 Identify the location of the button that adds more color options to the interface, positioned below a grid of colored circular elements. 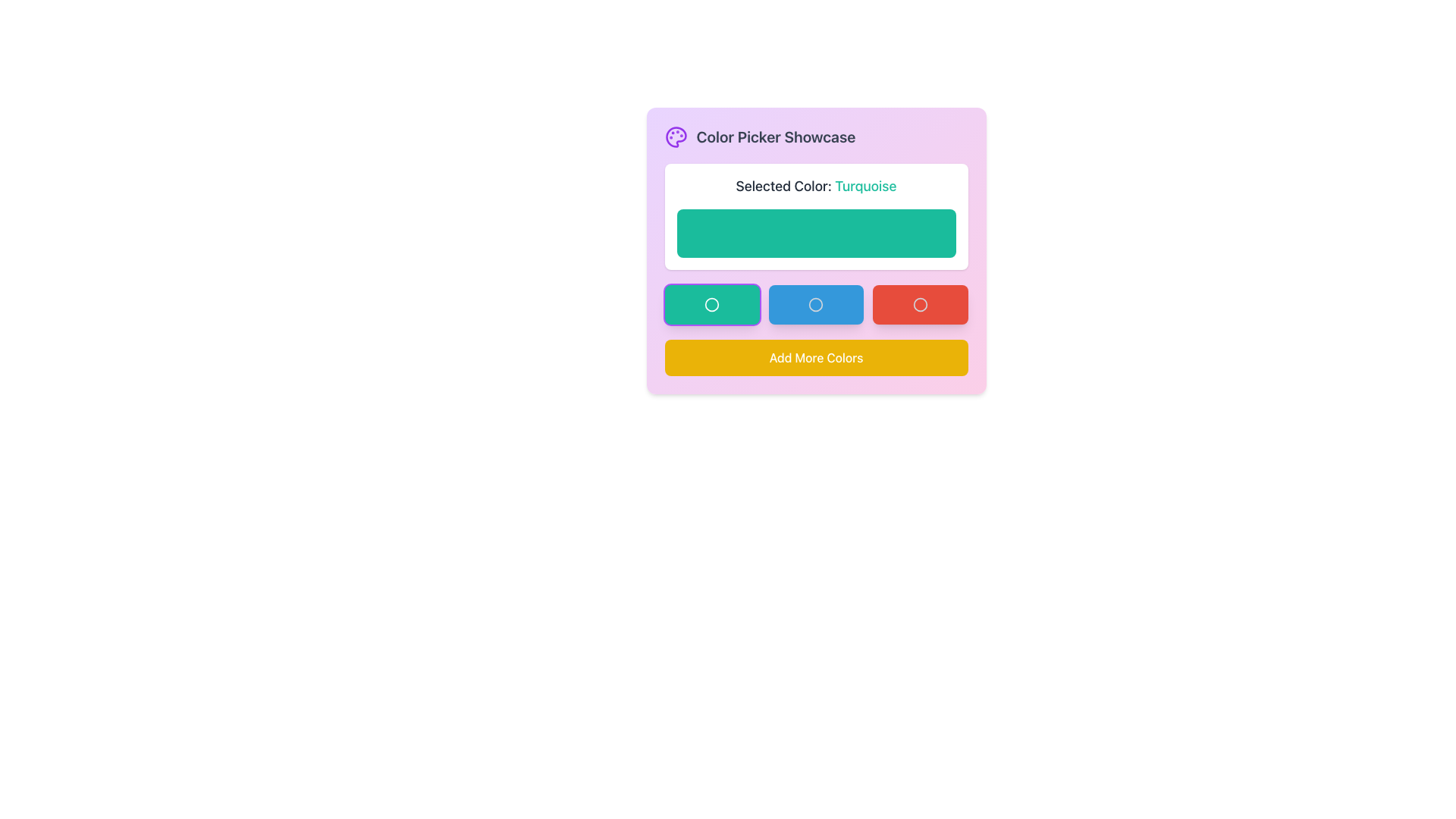
(815, 357).